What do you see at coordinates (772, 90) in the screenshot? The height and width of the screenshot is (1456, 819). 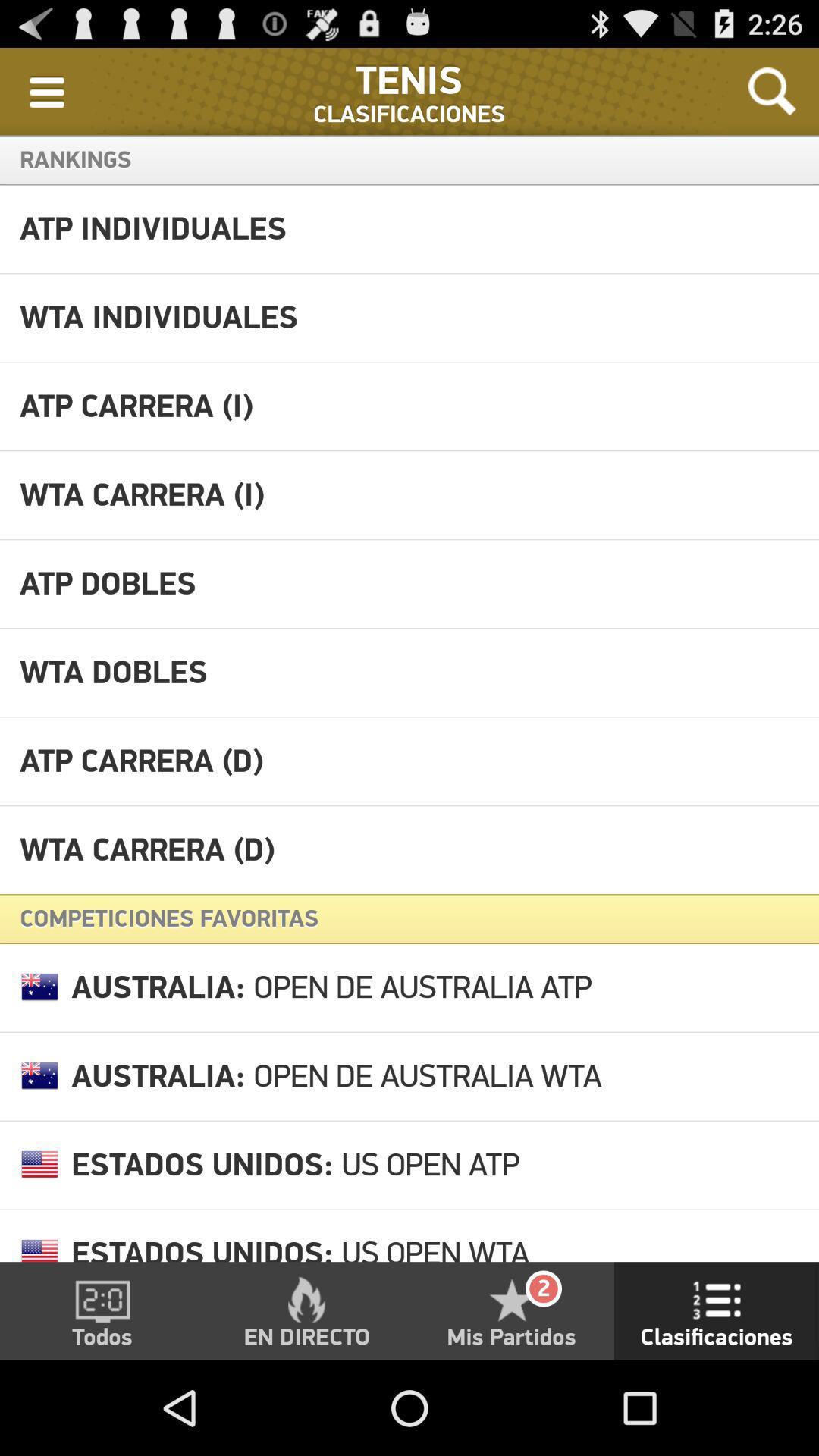 I see `icon at the top right corner` at bounding box center [772, 90].